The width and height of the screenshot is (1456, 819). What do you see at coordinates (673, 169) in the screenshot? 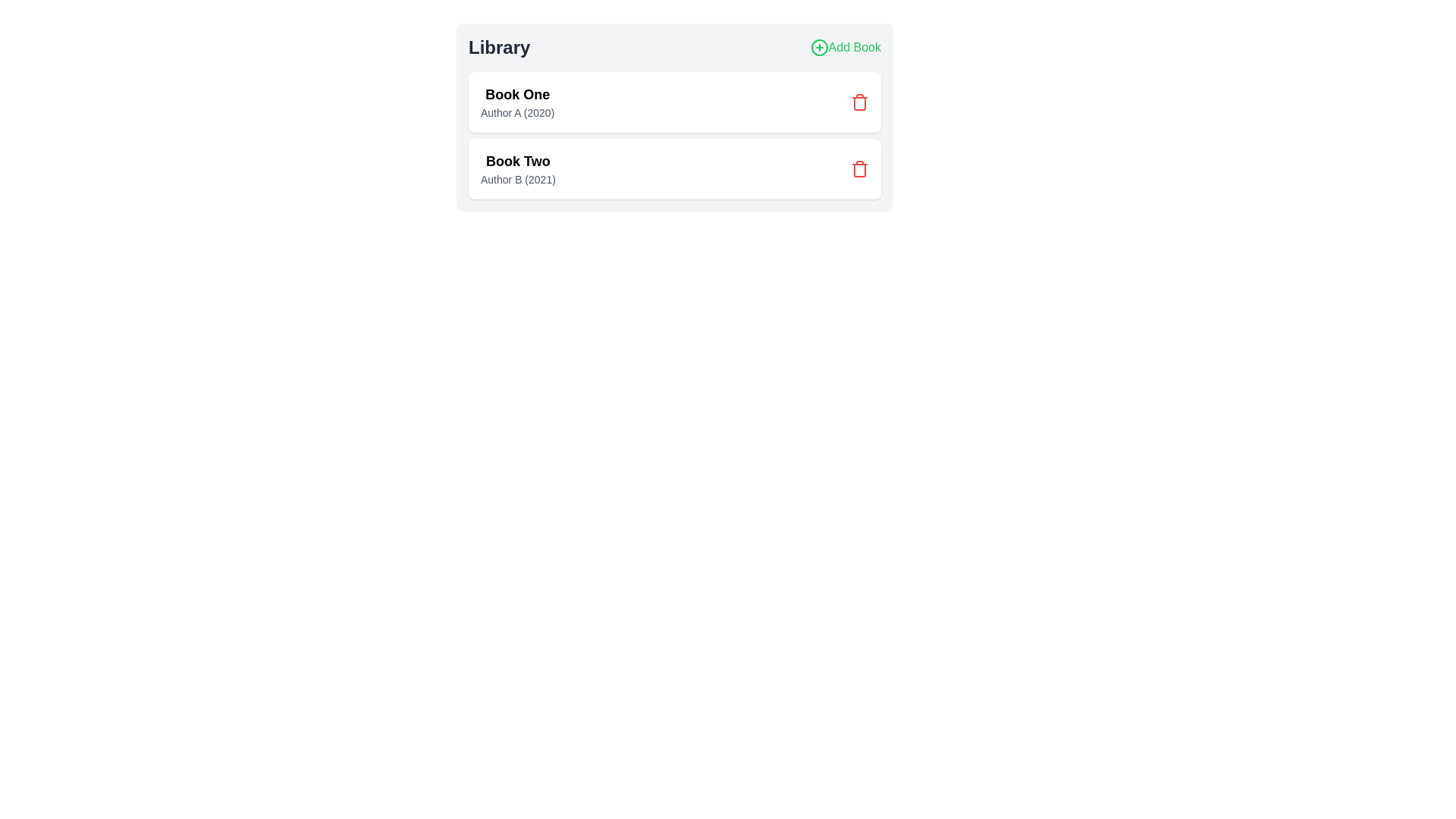
I see `author information for the list item displaying 'Book Two' with the subtitle 'Author B (2021)'` at bounding box center [673, 169].